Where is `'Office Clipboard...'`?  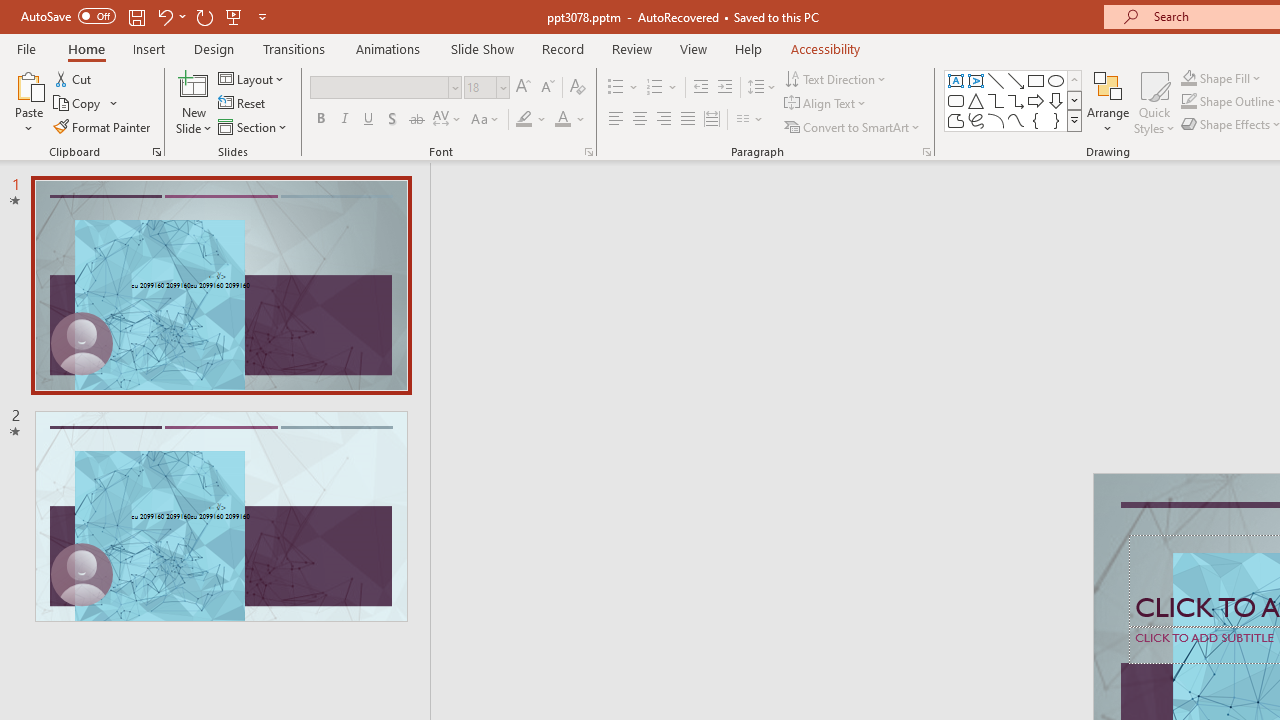
'Office Clipboard...' is located at coordinates (155, 150).